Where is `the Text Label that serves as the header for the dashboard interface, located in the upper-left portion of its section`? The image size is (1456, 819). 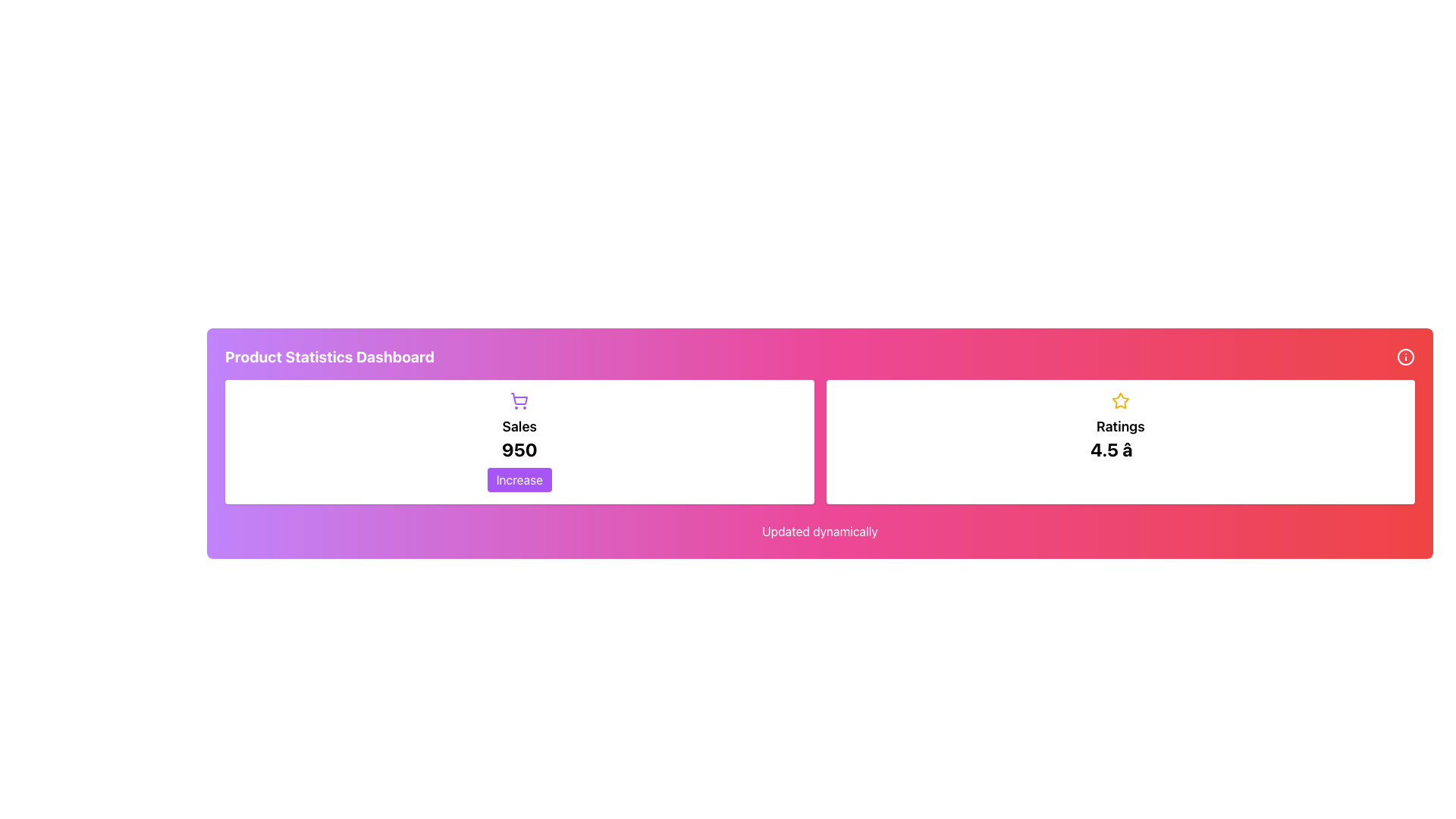
the Text Label that serves as the header for the dashboard interface, located in the upper-left portion of its section is located at coordinates (328, 356).